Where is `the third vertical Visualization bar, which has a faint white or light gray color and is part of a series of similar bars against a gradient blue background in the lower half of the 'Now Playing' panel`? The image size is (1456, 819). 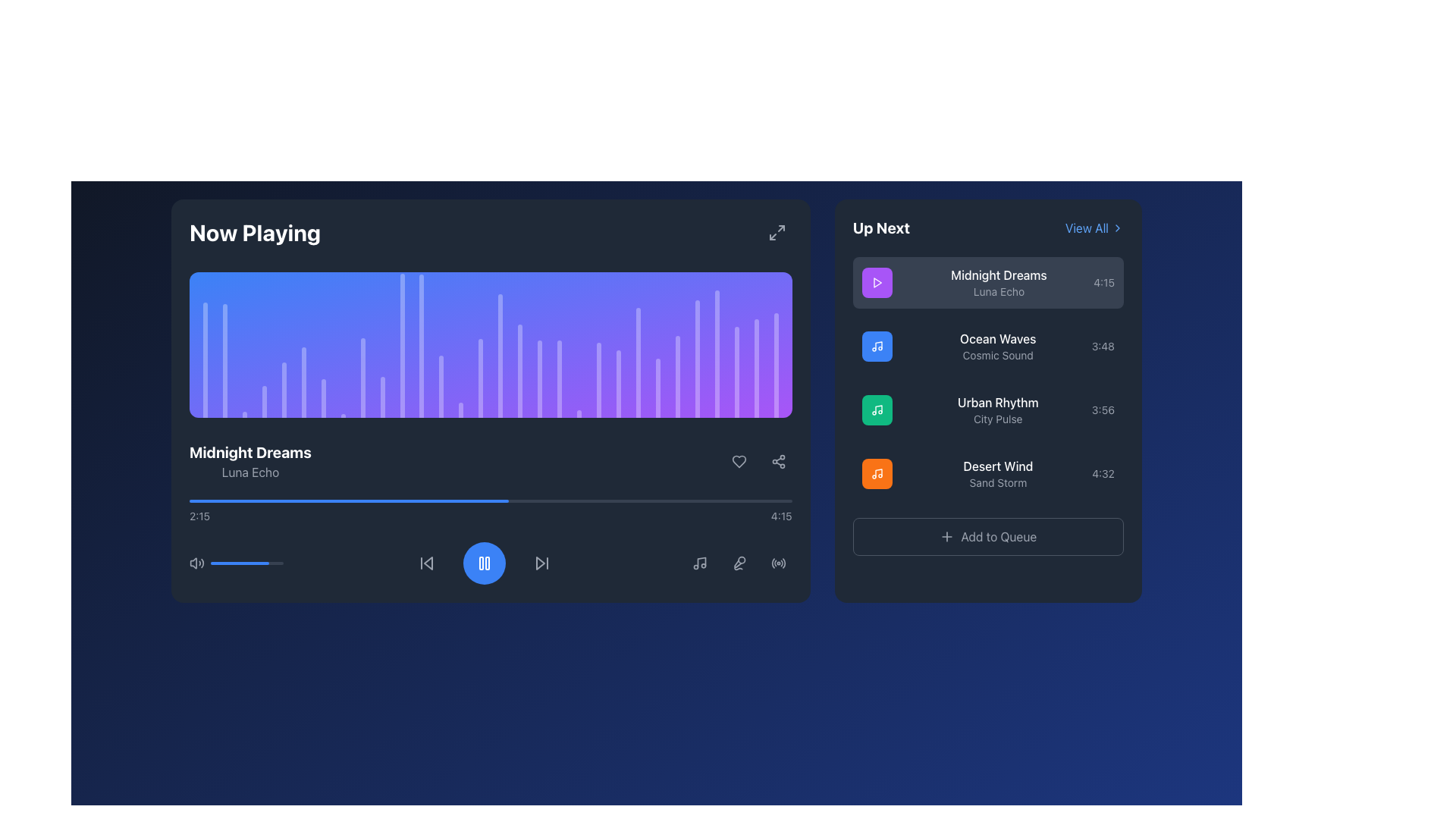 the third vertical Visualization bar, which has a faint white or light gray color and is part of a series of similar bars against a gradient blue background in the lower half of the 'Now Playing' panel is located at coordinates (244, 414).